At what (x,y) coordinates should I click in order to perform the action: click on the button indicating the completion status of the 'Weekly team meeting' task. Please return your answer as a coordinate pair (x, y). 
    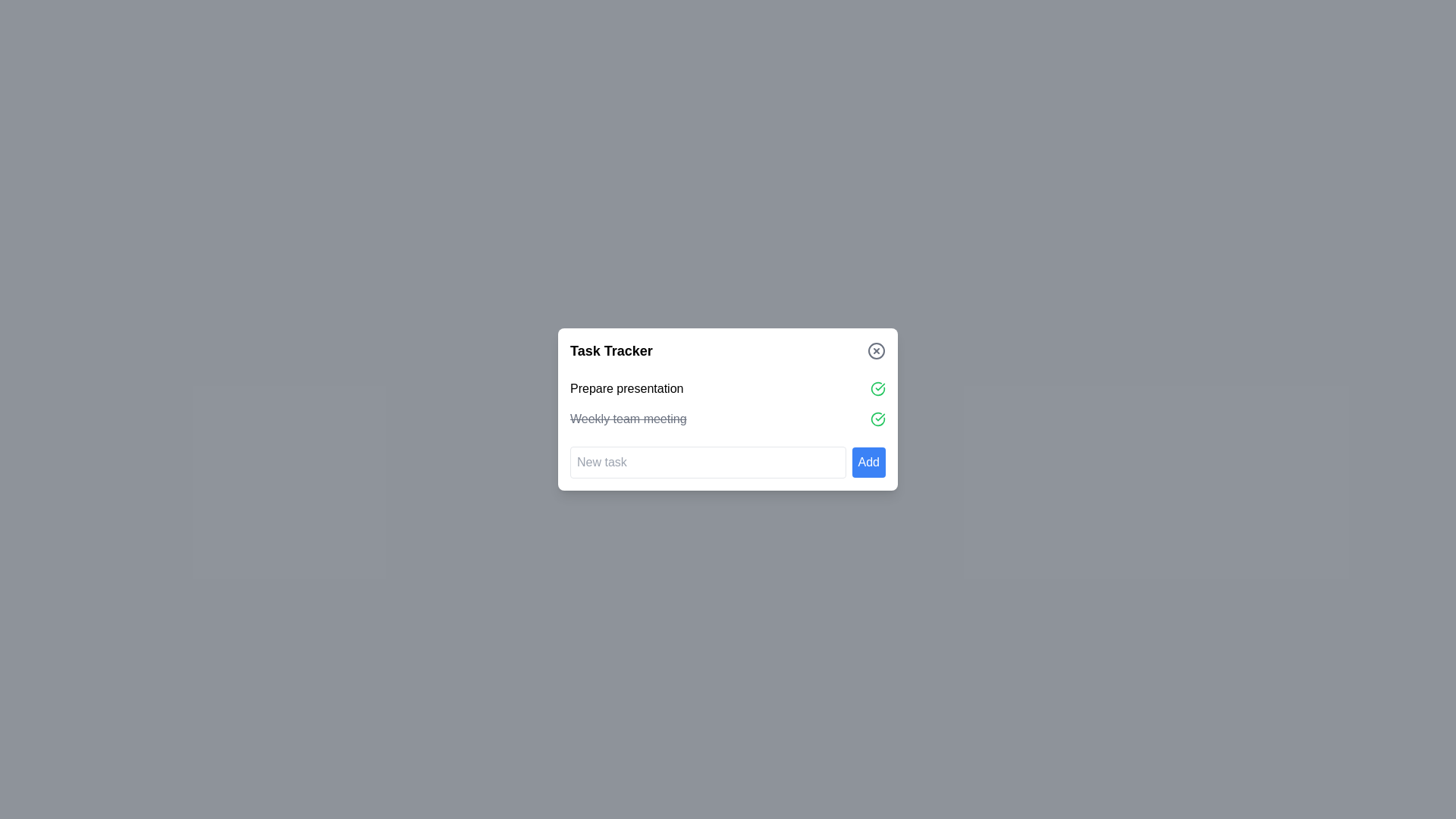
    Looking at the image, I should click on (877, 419).